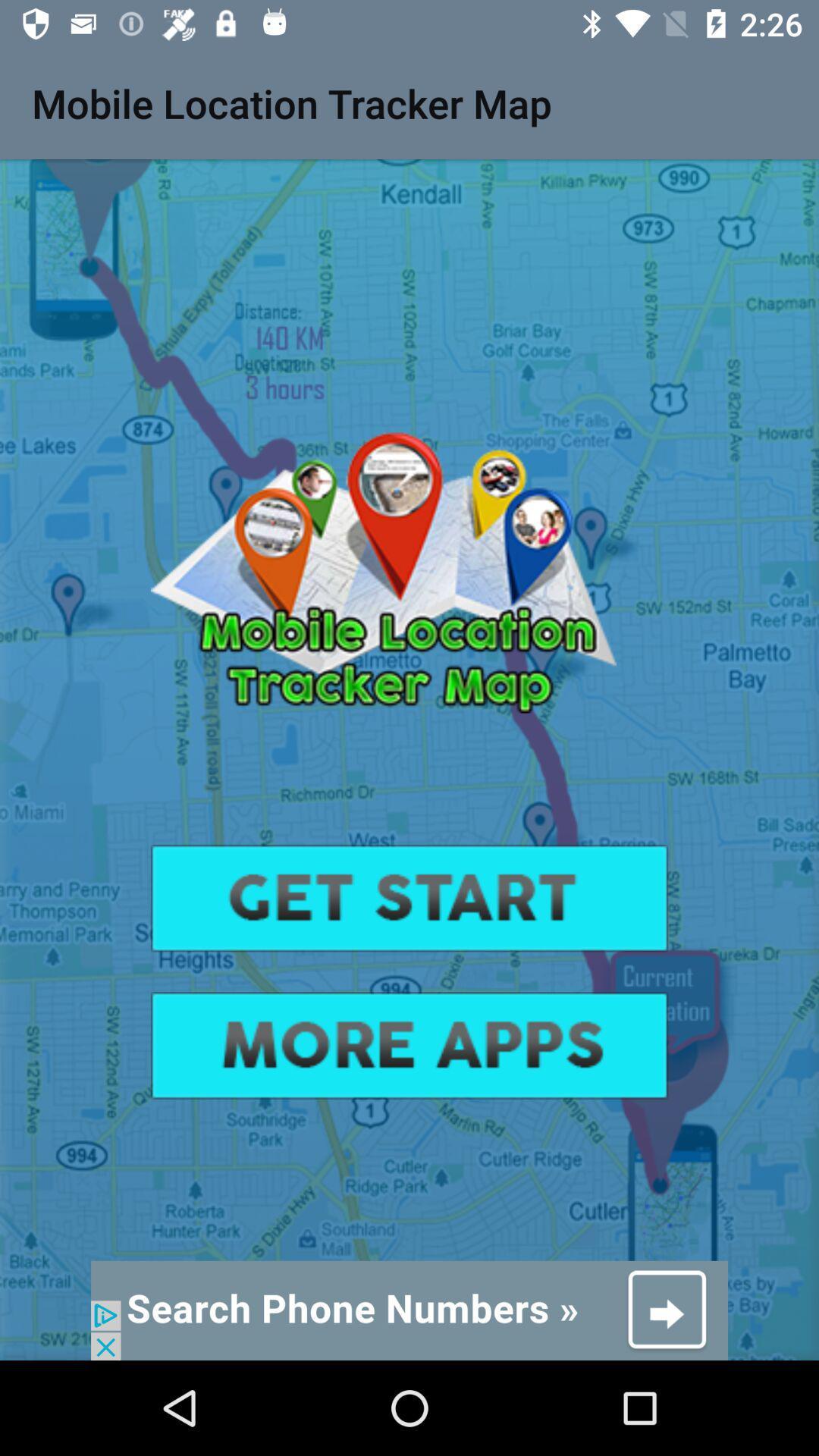 This screenshot has height=1456, width=819. I want to click on adventisment page, so click(409, 1310).